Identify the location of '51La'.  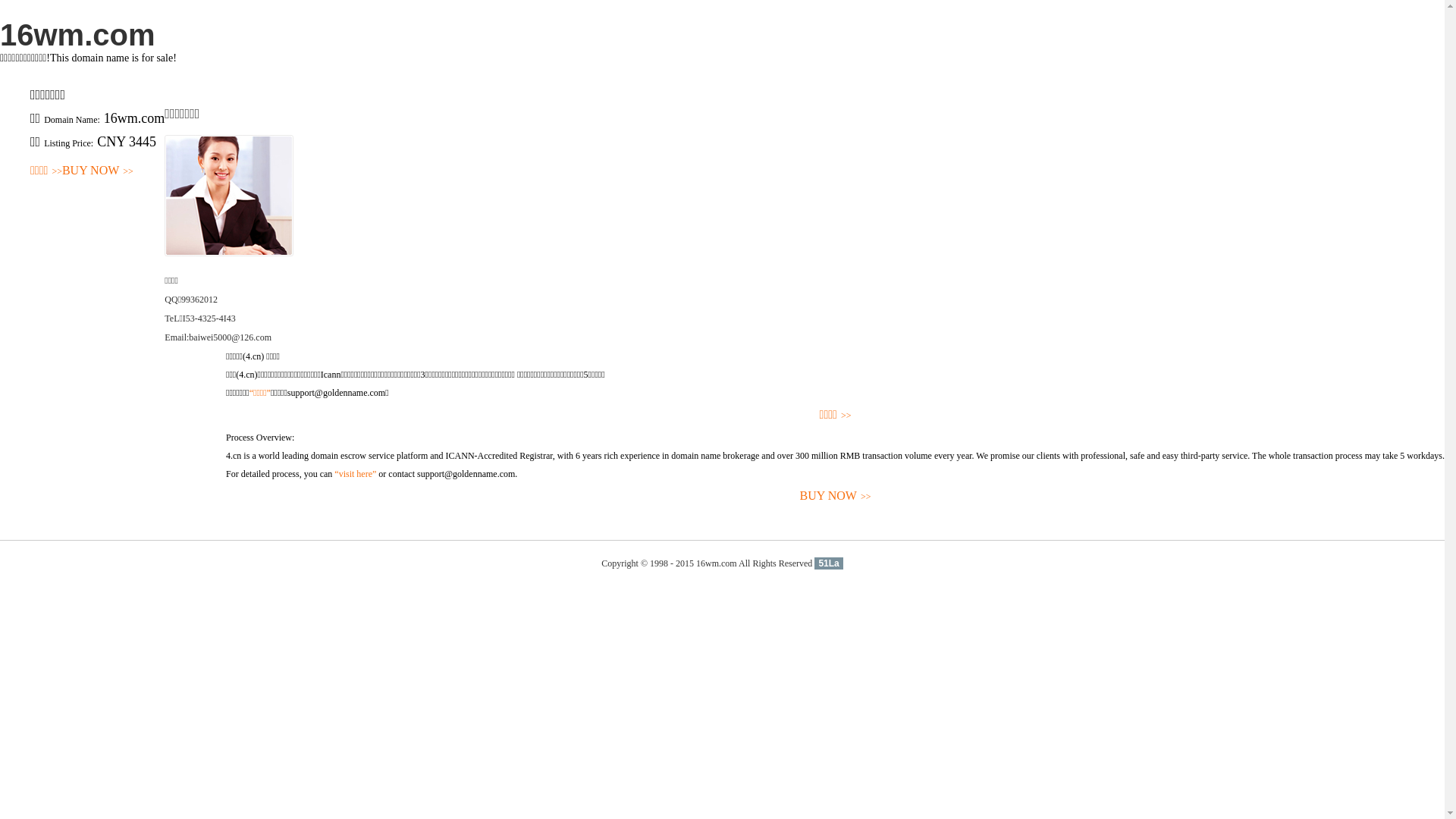
(814, 563).